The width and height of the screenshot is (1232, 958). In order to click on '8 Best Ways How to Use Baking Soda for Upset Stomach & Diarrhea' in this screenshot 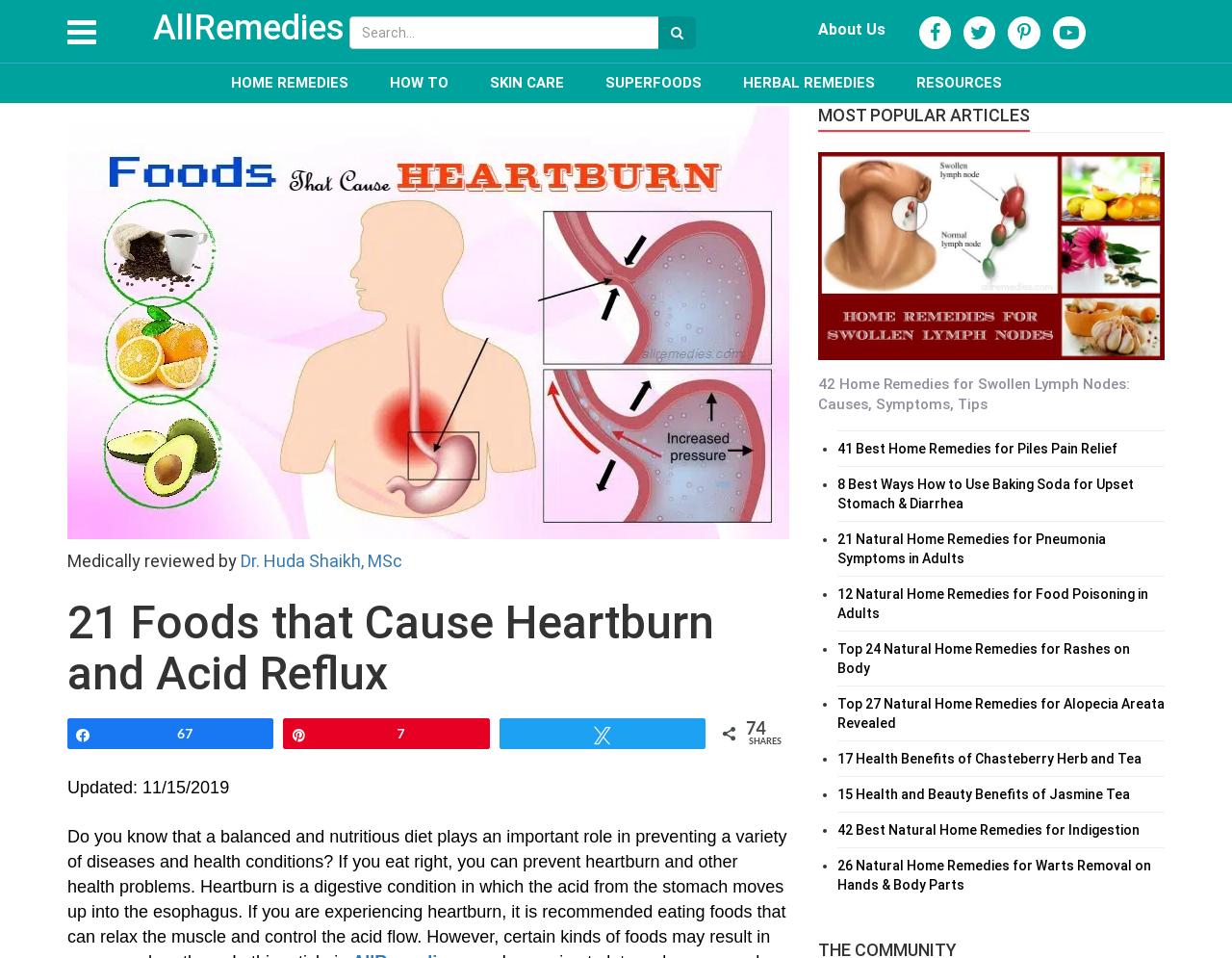, I will do `click(986, 492)`.